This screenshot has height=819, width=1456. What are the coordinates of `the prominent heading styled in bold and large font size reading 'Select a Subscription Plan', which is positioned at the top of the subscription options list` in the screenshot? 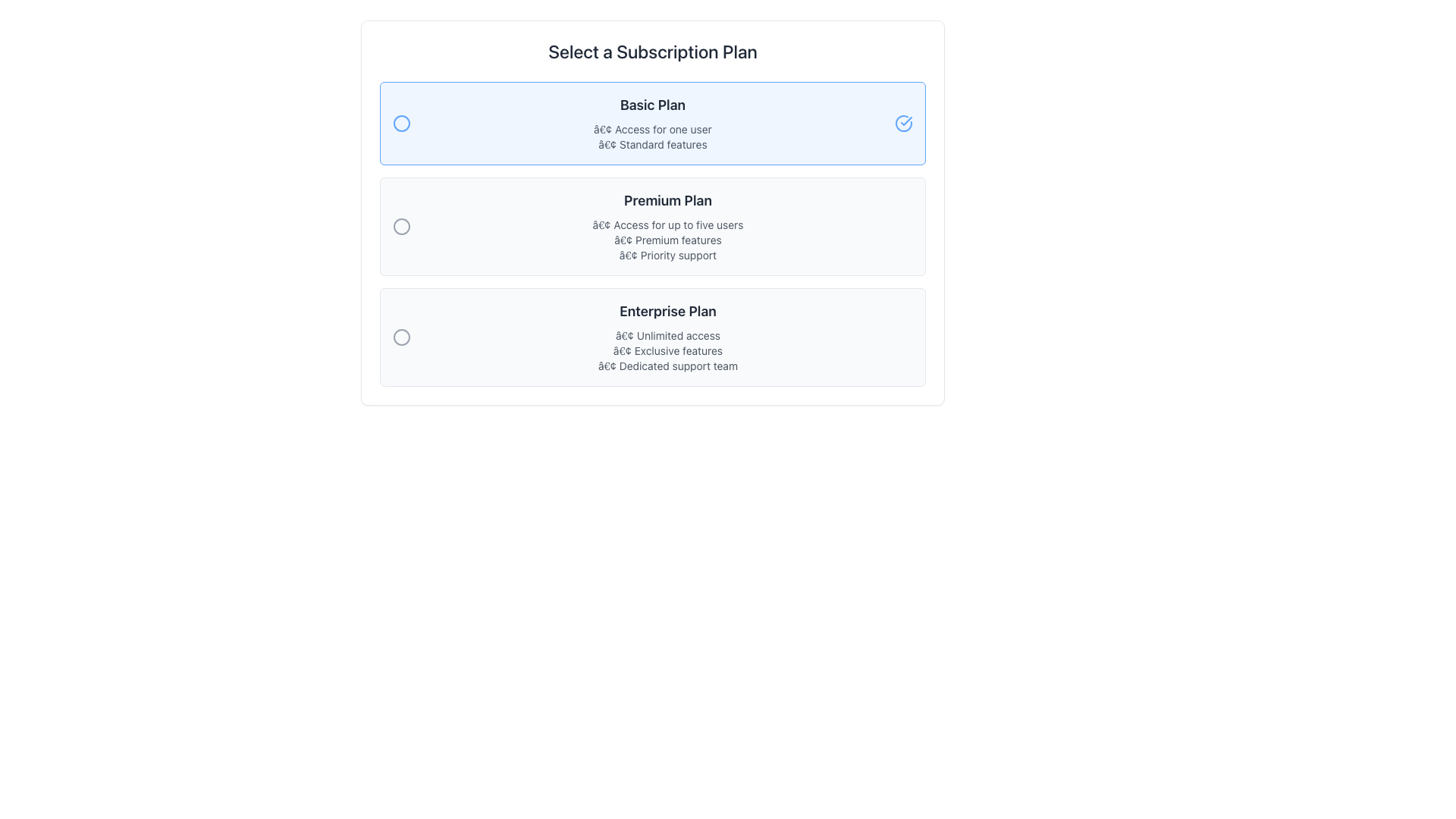 It's located at (652, 51).